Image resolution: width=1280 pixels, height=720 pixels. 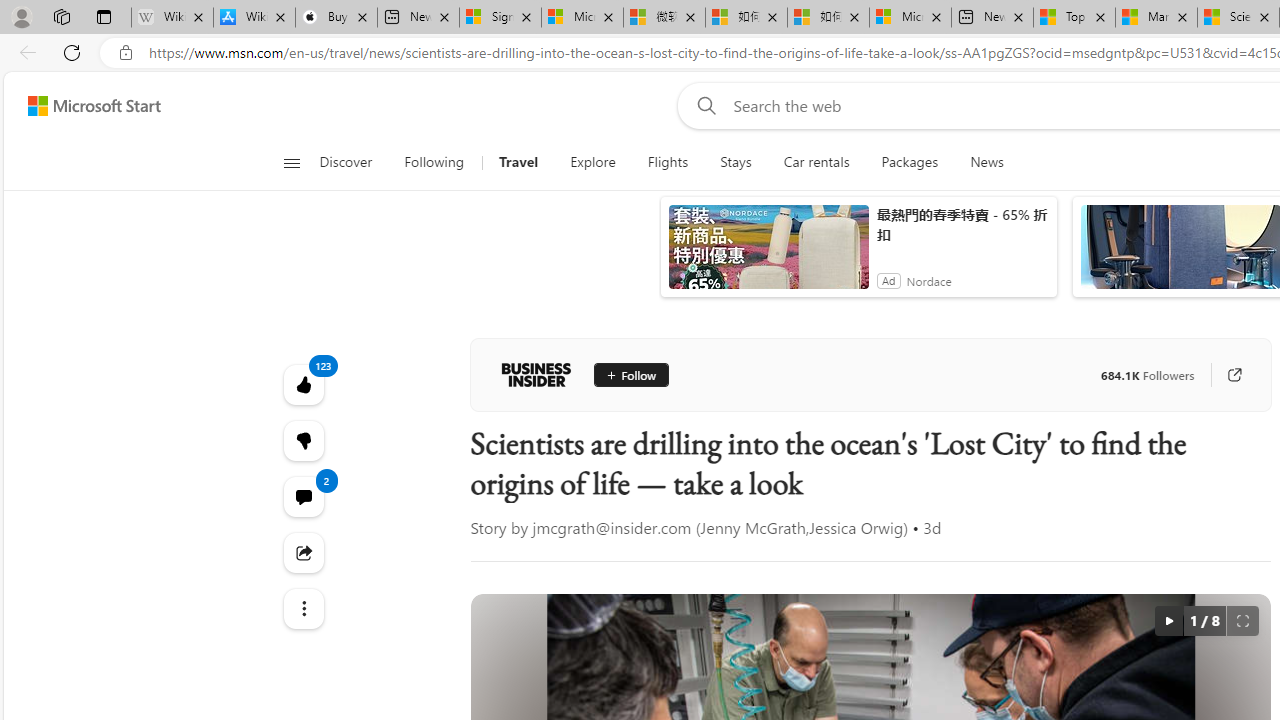 I want to click on 'Explore', so click(x=592, y=162).